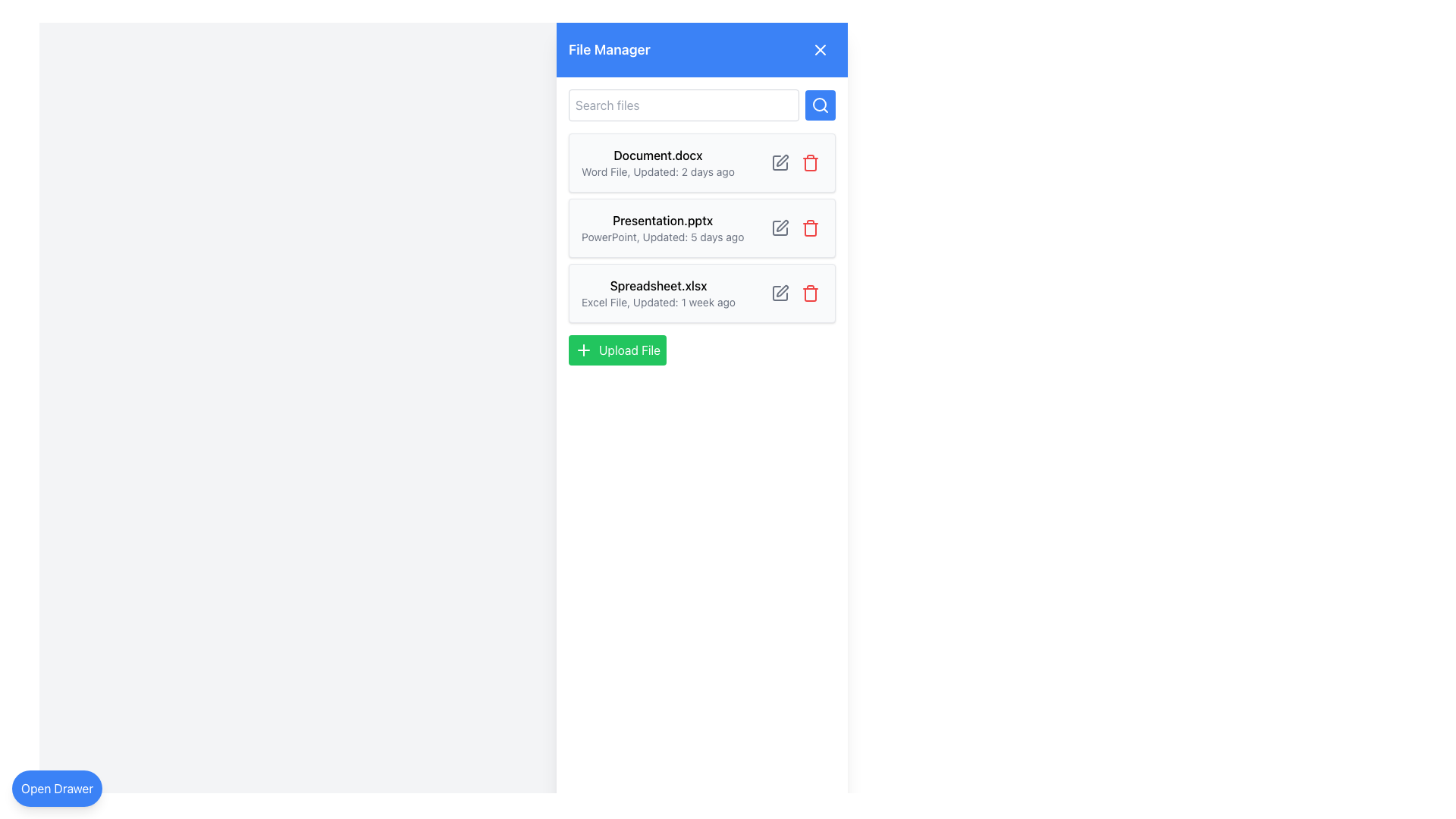 The width and height of the screenshot is (1456, 819). What do you see at coordinates (819, 49) in the screenshot?
I see `the diagonal cross icon in the upper-right corner of the blue header bar labeled 'File Manager'` at bounding box center [819, 49].